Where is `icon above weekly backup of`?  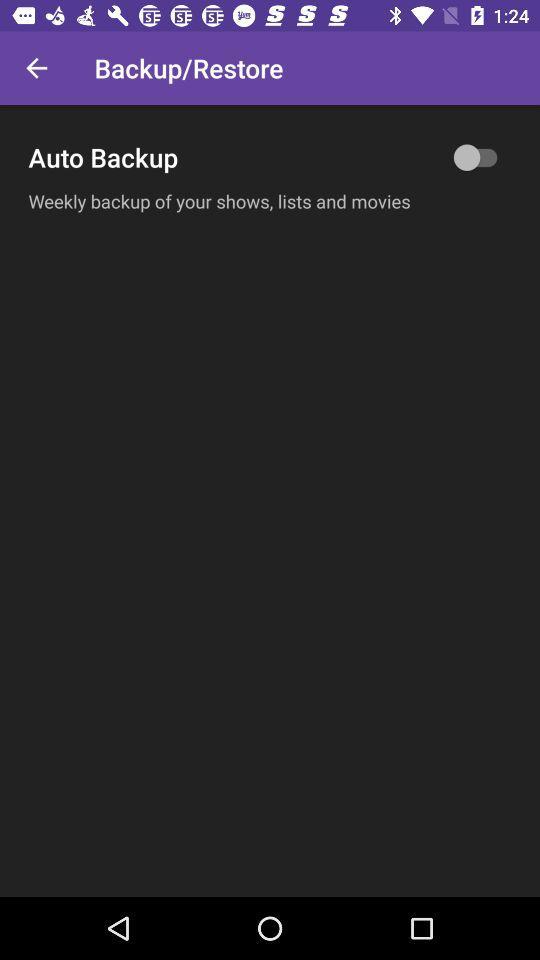
icon above weekly backup of is located at coordinates (270, 156).